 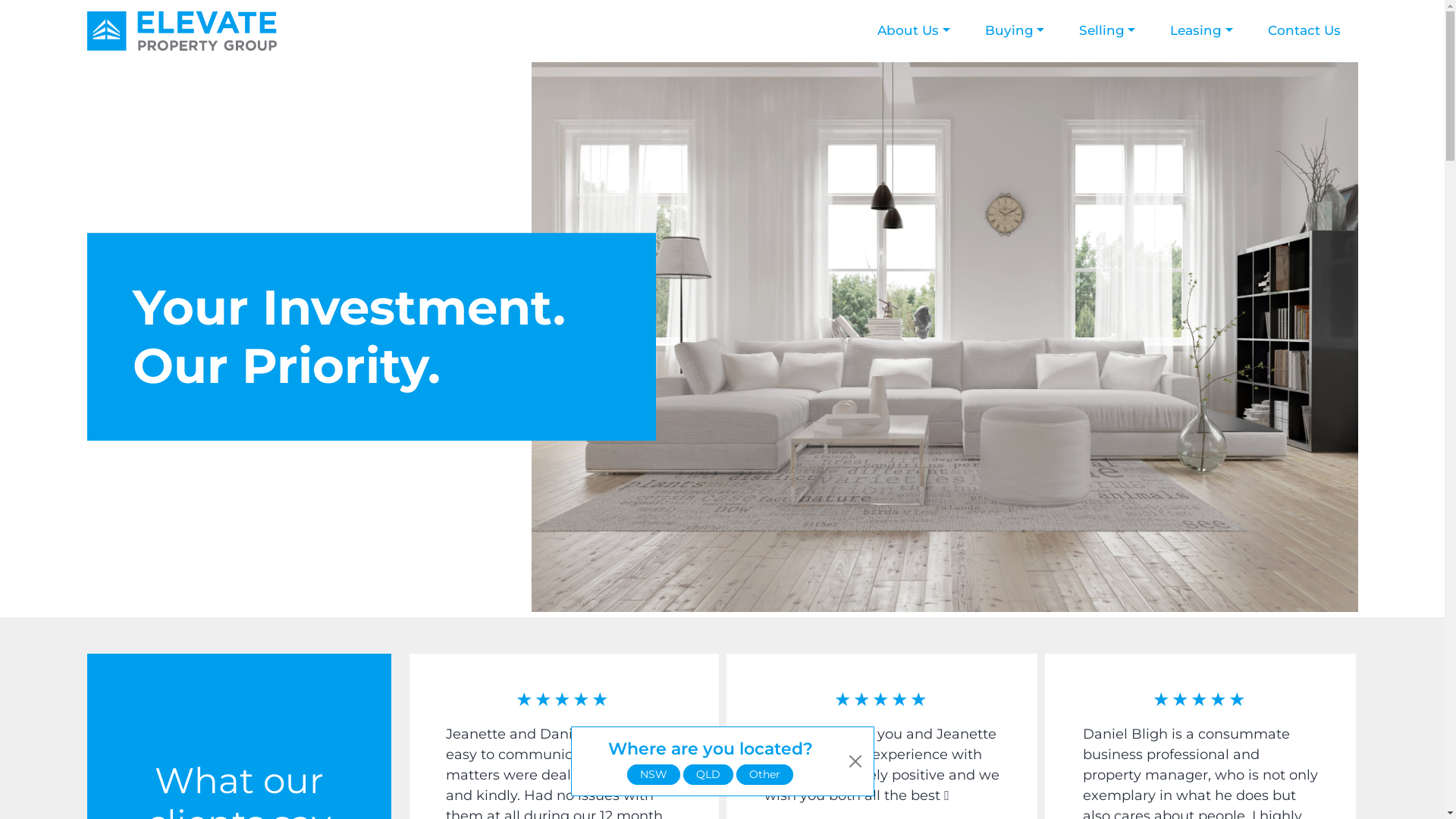 I want to click on 'Other', so click(x=764, y=774).